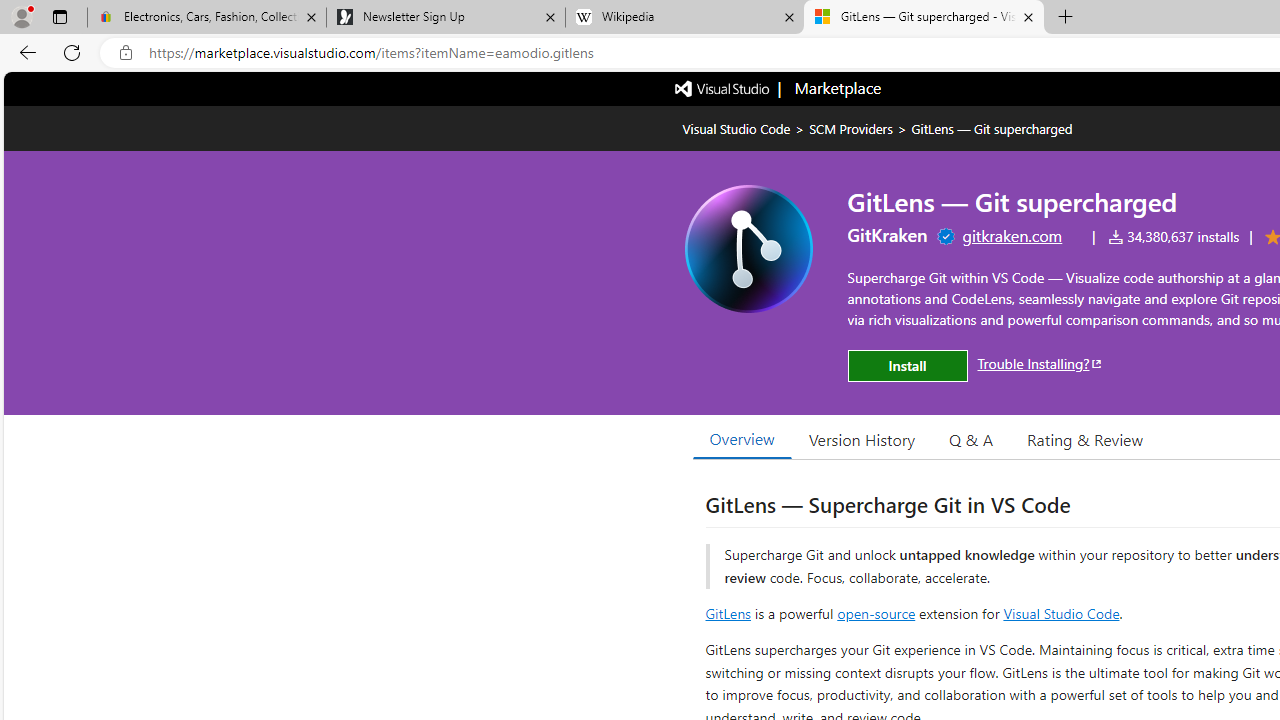 This screenshot has width=1280, height=720. Describe the element at coordinates (906, 366) in the screenshot. I see `'Install'` at that location.